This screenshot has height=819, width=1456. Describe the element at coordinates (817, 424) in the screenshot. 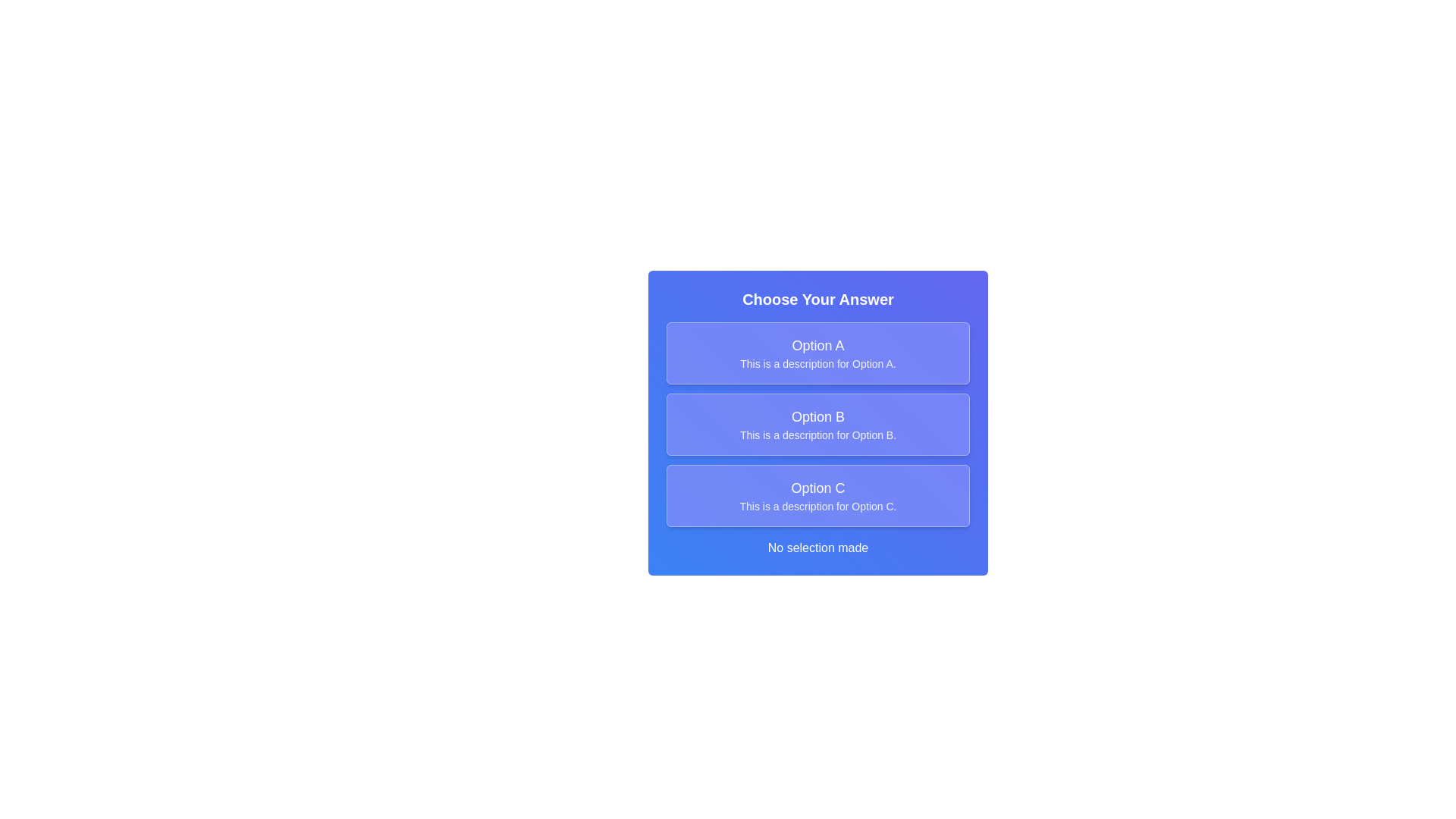

I see `the second list item titled 'Option B'` at that location.